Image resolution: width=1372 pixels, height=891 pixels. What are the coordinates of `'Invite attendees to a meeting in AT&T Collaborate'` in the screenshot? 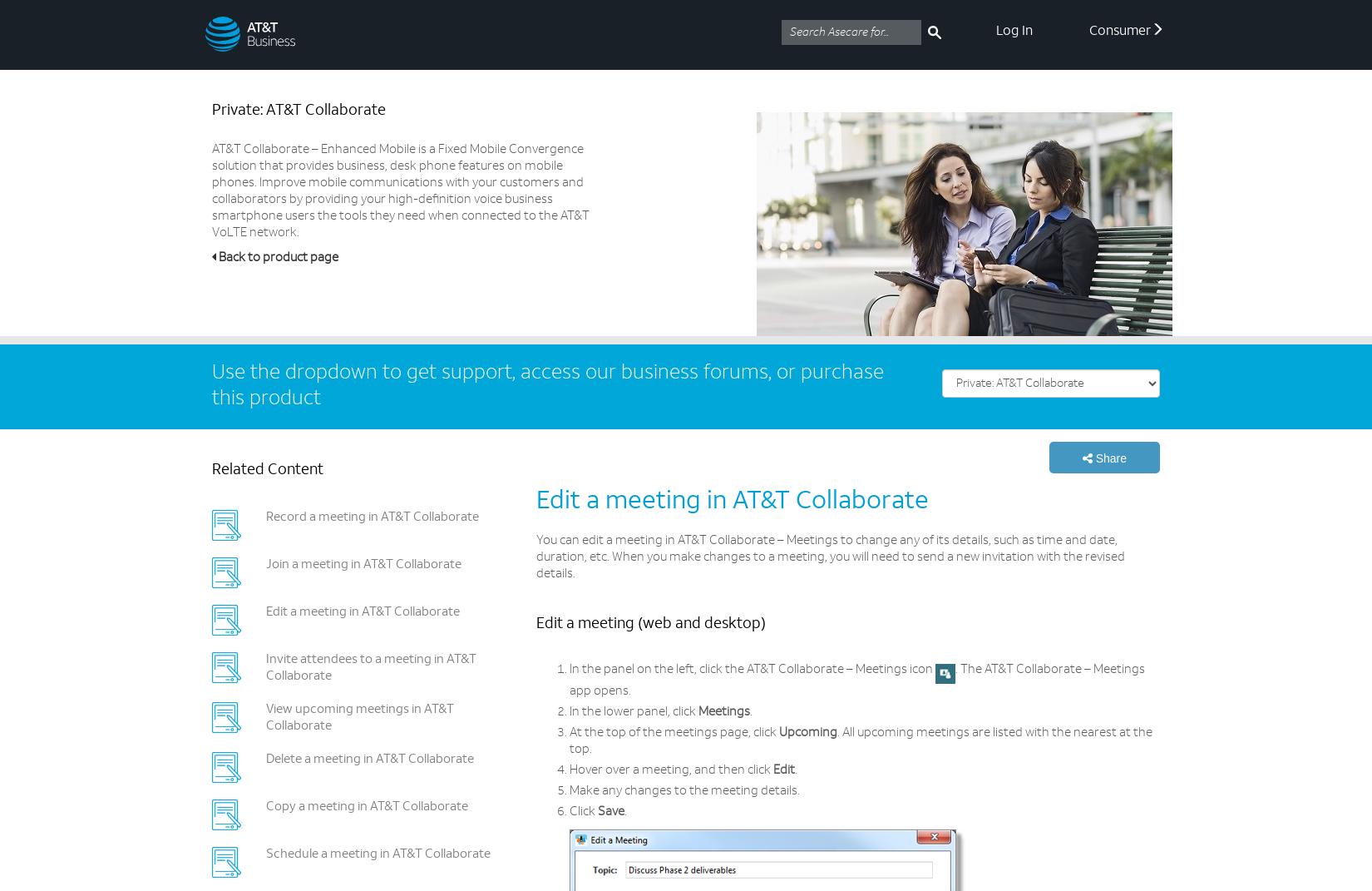 It's located at (369, 667).